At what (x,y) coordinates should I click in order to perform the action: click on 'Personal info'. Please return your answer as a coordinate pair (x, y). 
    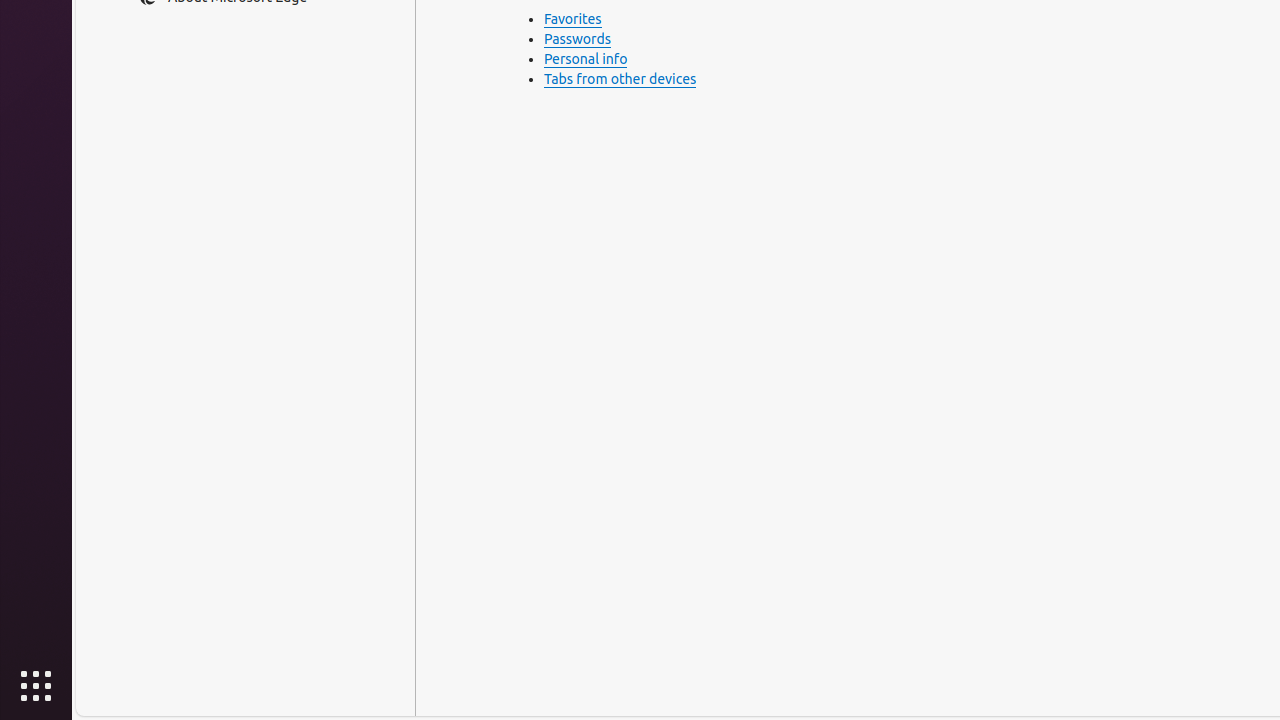
    Looking at the image, I should click on (584, 58).